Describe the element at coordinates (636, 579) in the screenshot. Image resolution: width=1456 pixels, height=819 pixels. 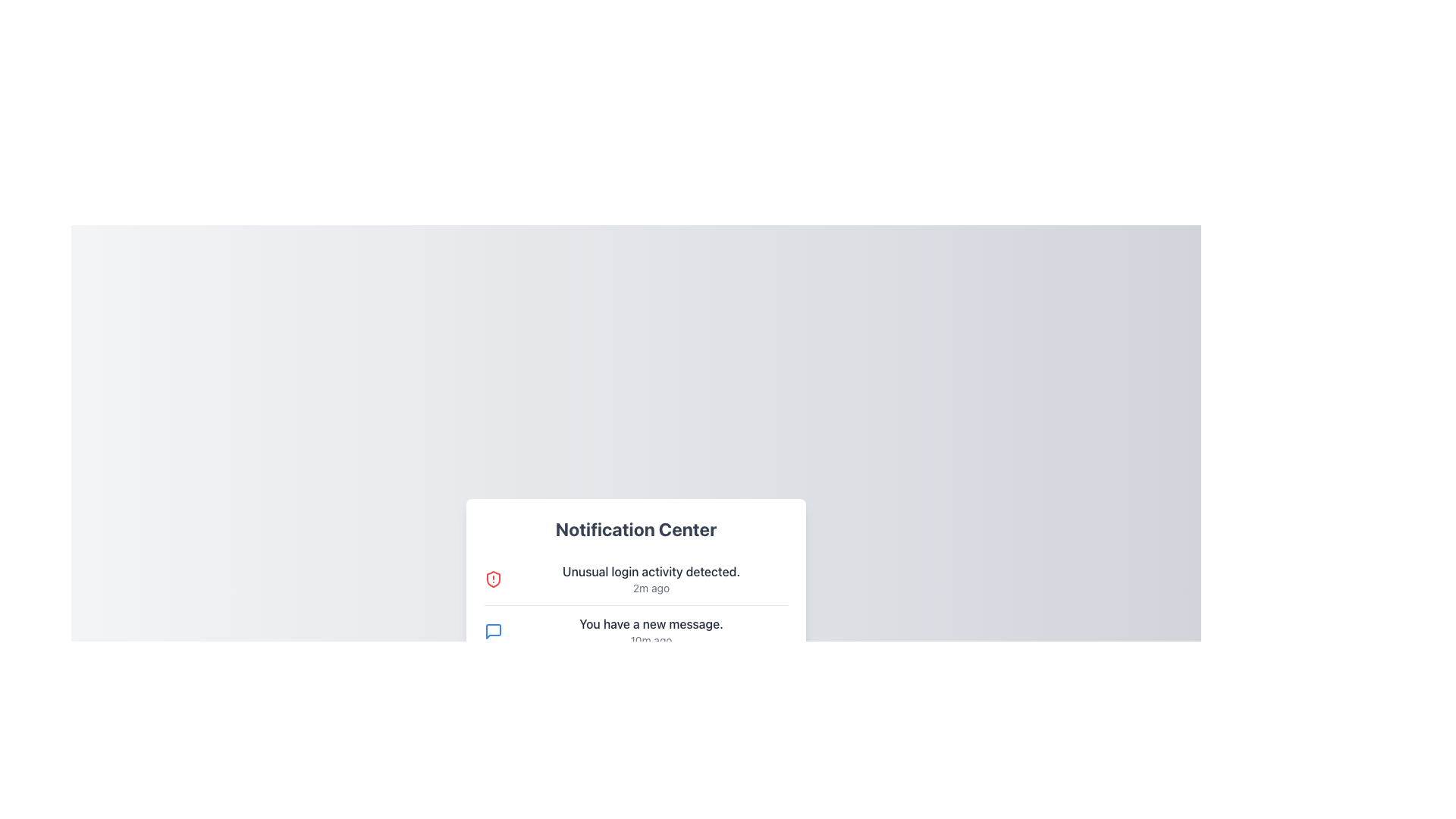
I see `the first notification item in the Notification Center that alerts about 'Unusual login activity detected.'` at that location.